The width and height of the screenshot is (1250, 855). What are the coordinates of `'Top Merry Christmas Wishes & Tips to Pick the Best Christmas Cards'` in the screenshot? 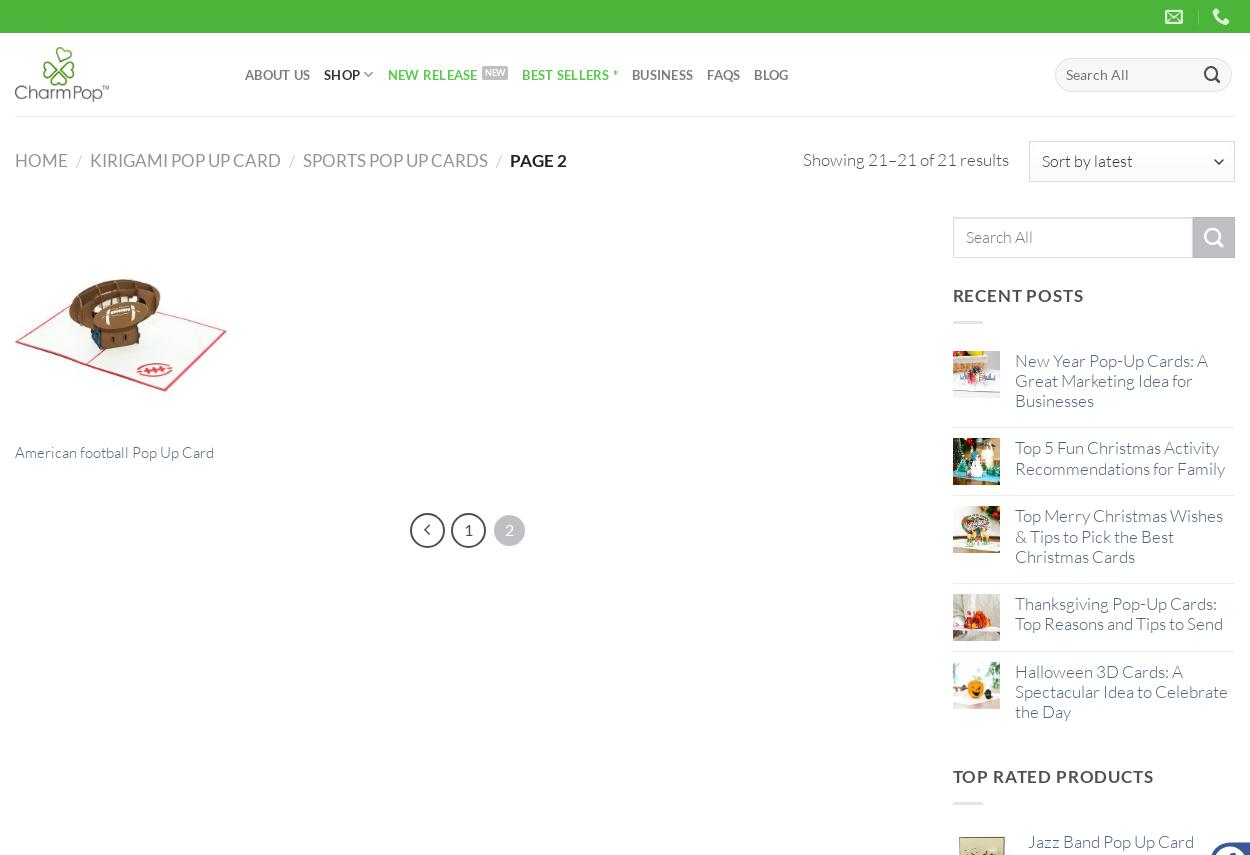 It's located at (1117, 535).